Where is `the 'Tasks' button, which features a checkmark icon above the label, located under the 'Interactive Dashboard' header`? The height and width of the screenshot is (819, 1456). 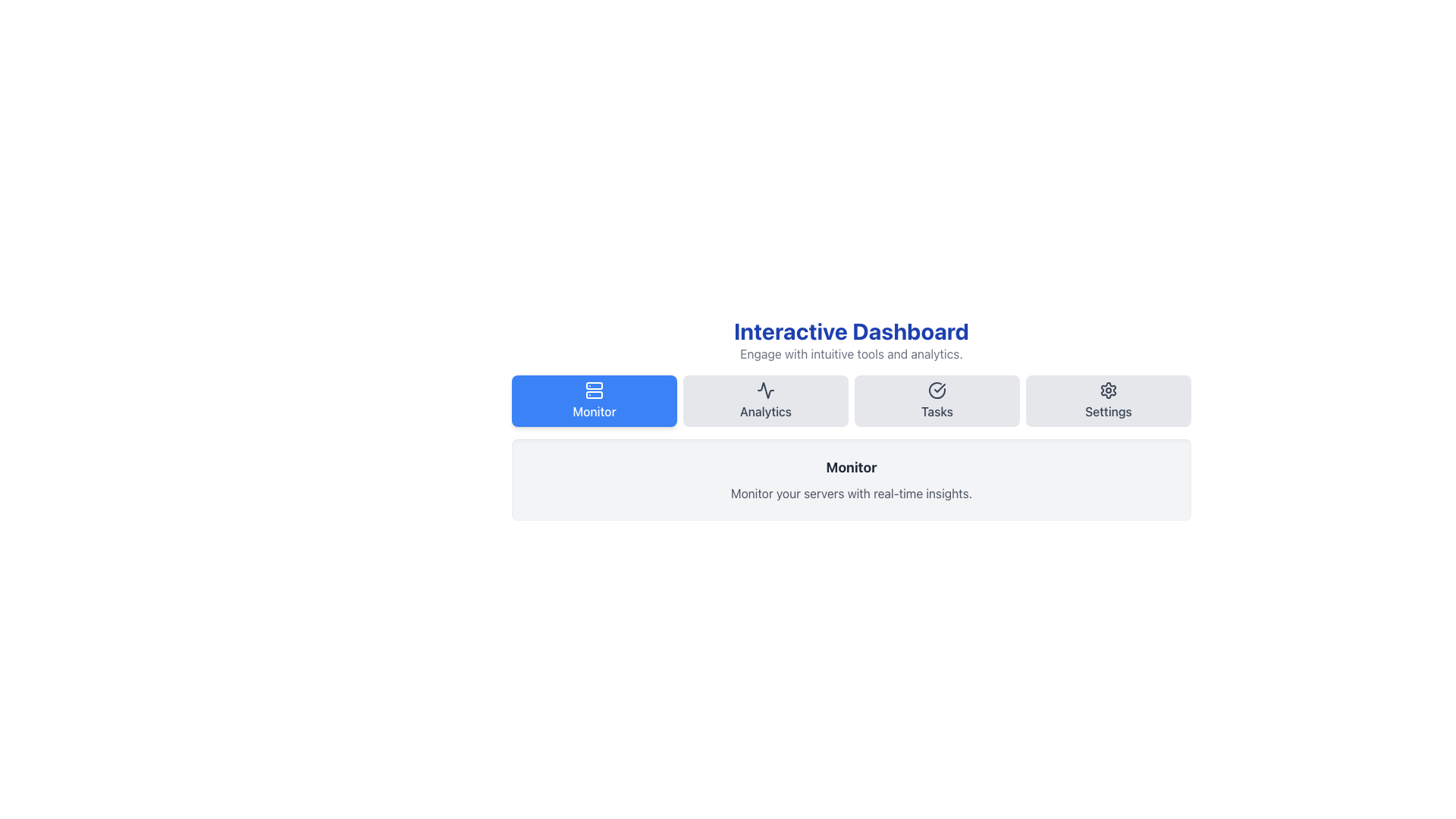 the 'Tasks' button, which features a checkmark icon above the label, located under the 'Interactive Dashboard' header is located at coordinates (937, 400).